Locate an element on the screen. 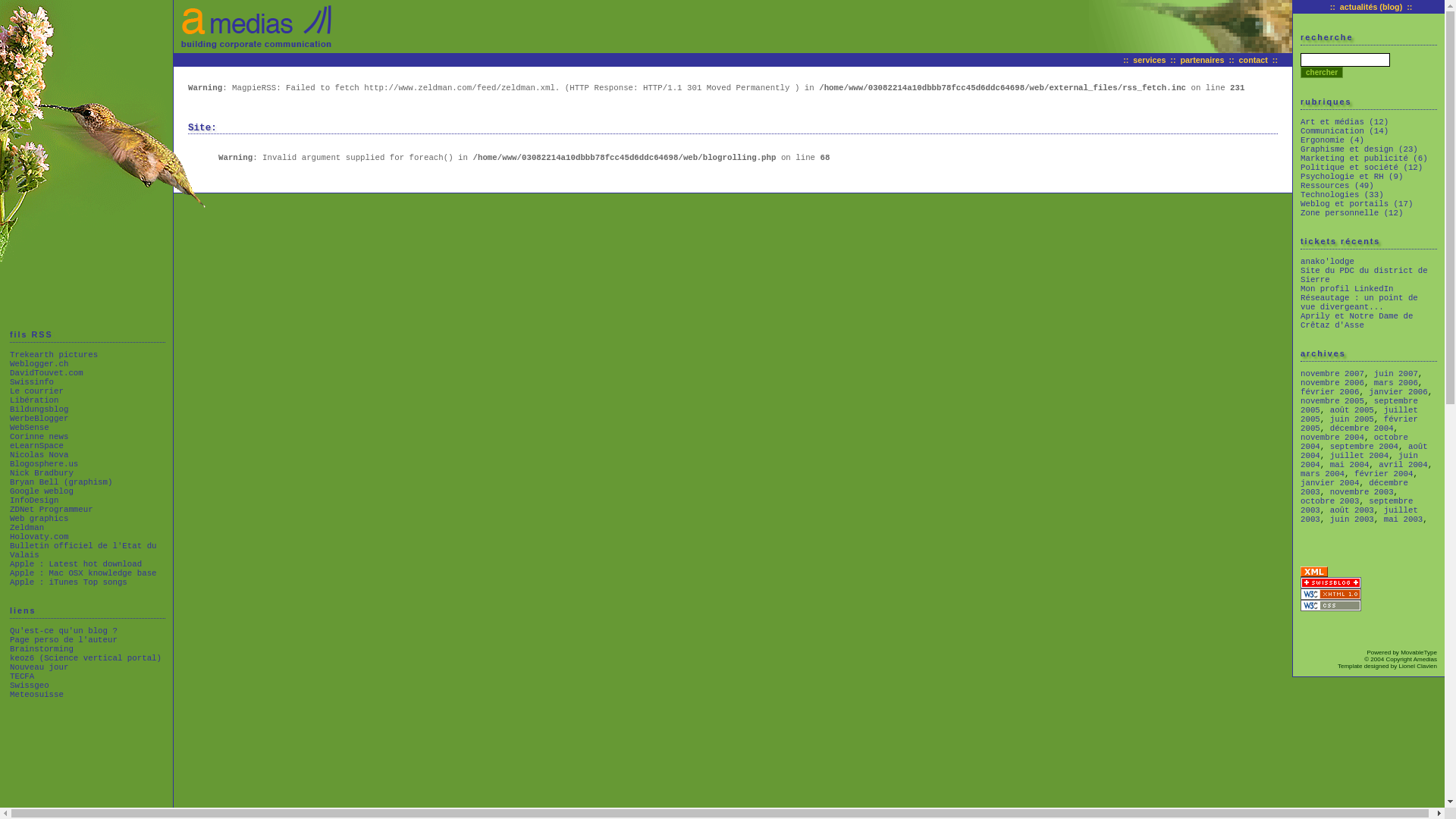 The height and width of the screenshot is (819, 1456). 'Weblog et portails (17)' is located at coordinates (1357, 203).